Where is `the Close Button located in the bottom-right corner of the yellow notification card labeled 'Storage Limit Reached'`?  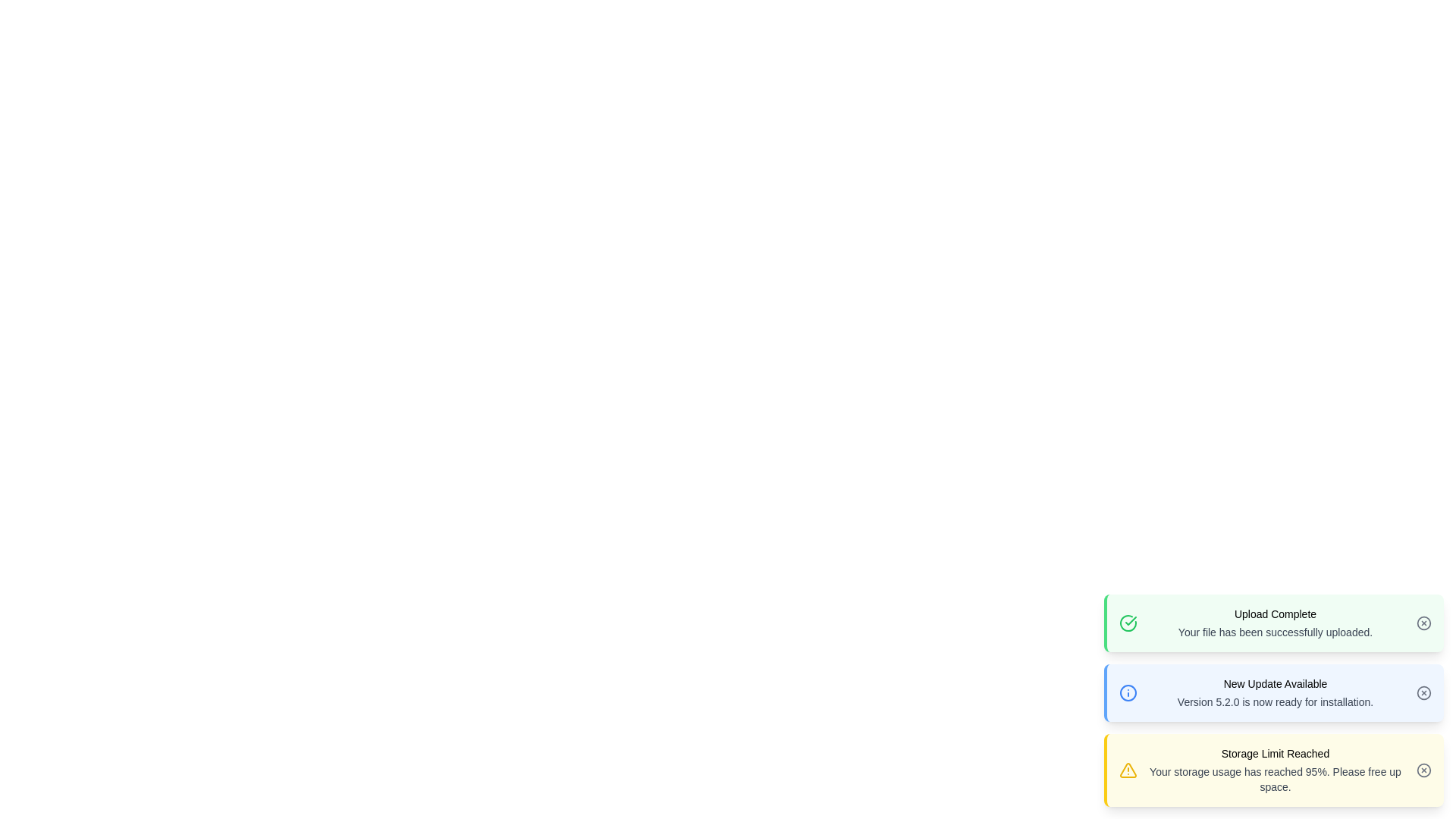
the Close Button located in the bottom-right corner of the yellow notification card labeled 'Storage Limit Reached' is located at coordinates (1423, 770).